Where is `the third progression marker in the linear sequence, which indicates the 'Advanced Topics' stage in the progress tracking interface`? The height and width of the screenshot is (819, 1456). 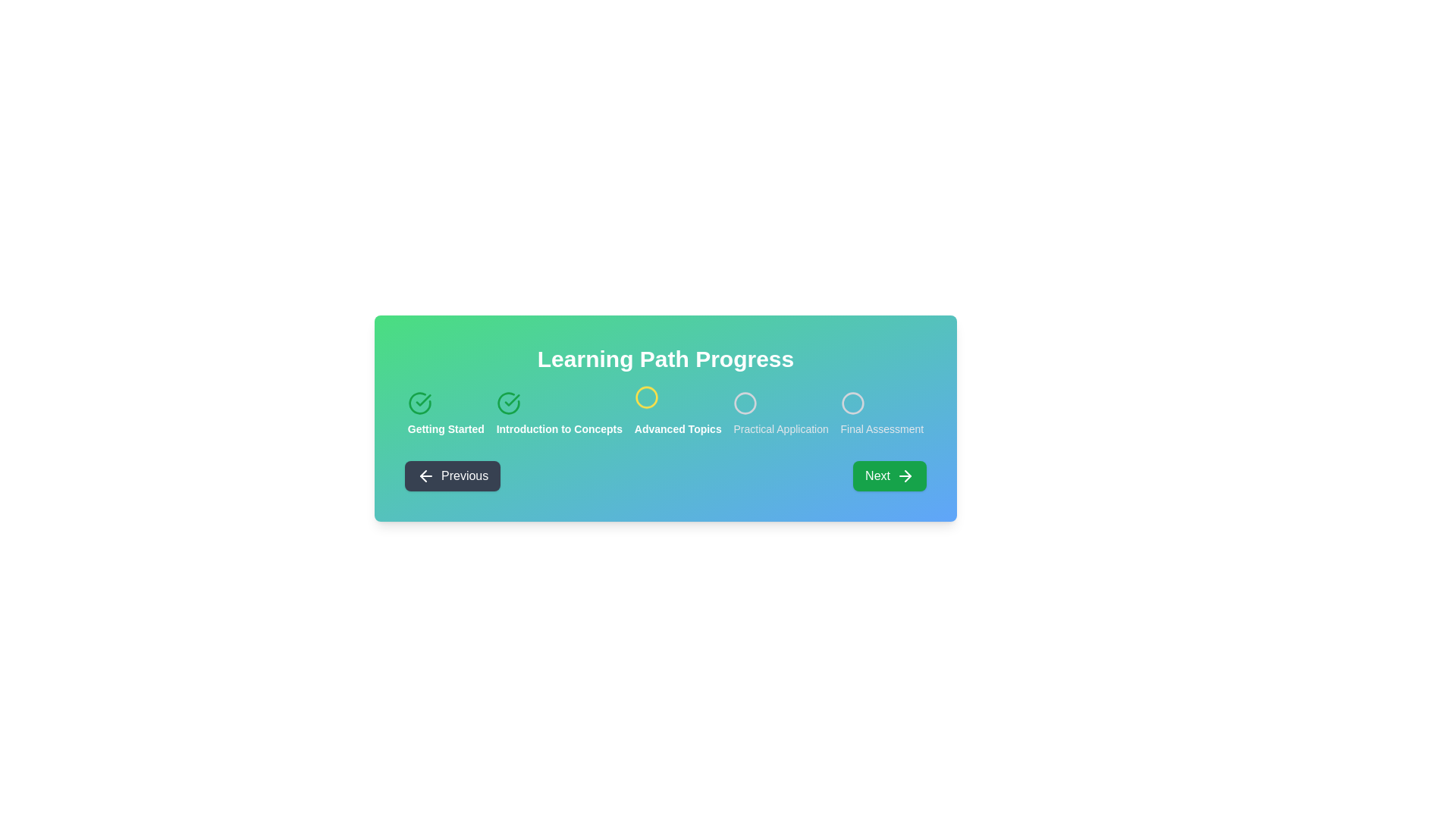 the third progression marker in the linear sequence, which indicates the 'Advanced Topics' stage in the progress tracking interface is located at coordinates (646, 400).